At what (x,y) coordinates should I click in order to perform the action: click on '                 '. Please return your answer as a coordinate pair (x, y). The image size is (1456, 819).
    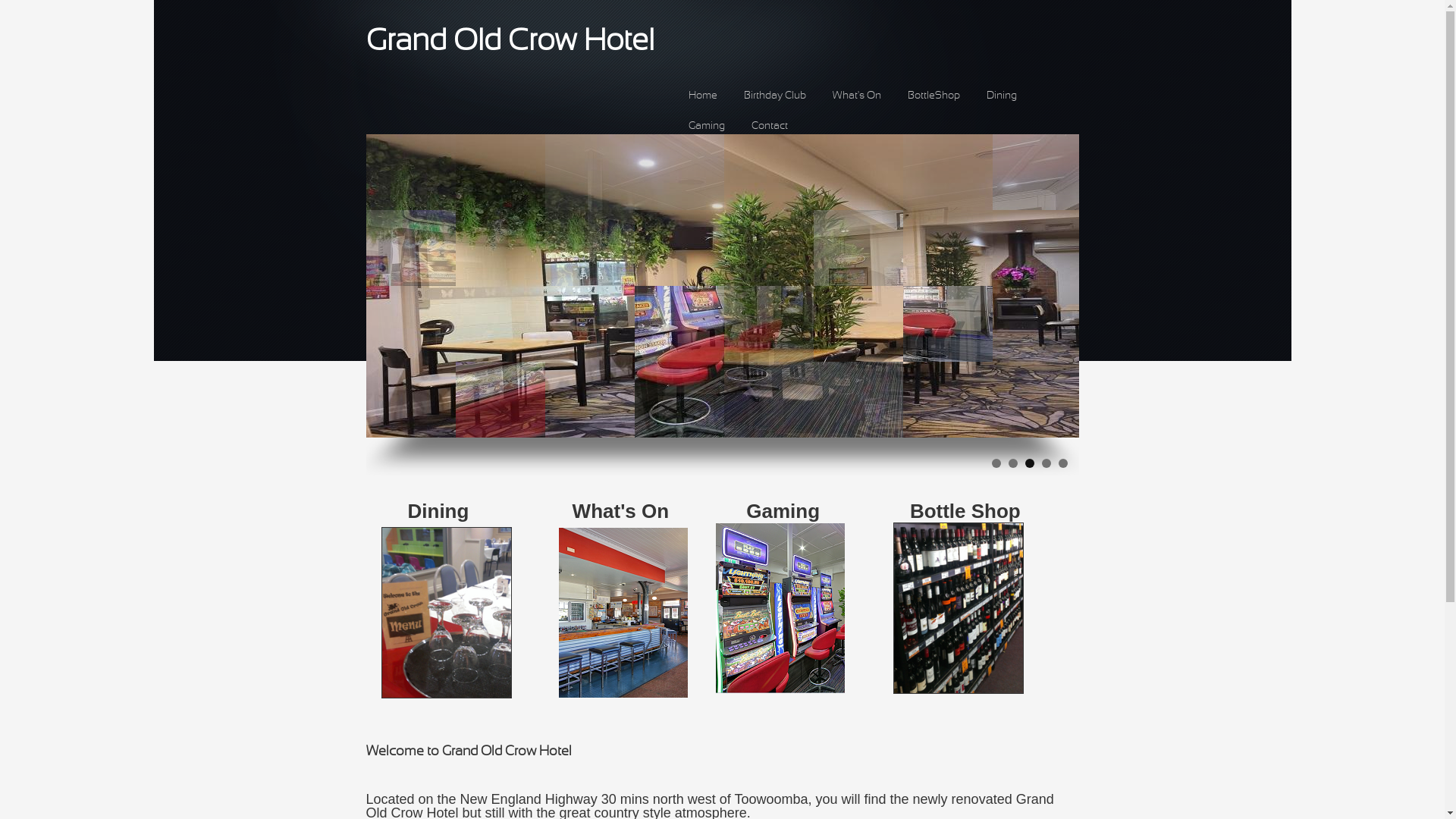
    Looking at the image, I should click on (1044, 690).